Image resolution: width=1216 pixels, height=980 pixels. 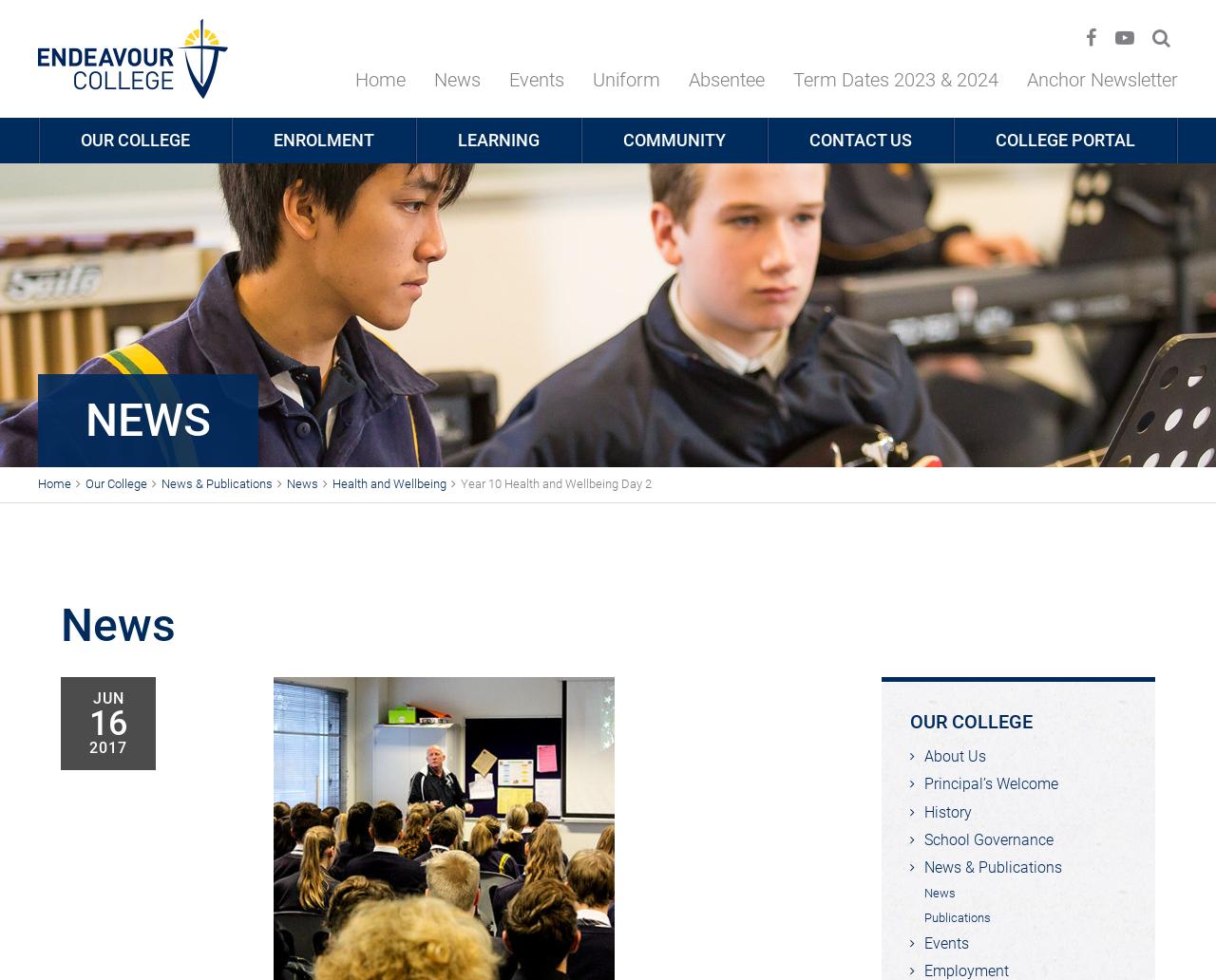 I want to click on 'Principal’s Welcome', so click(x=990, y=783).